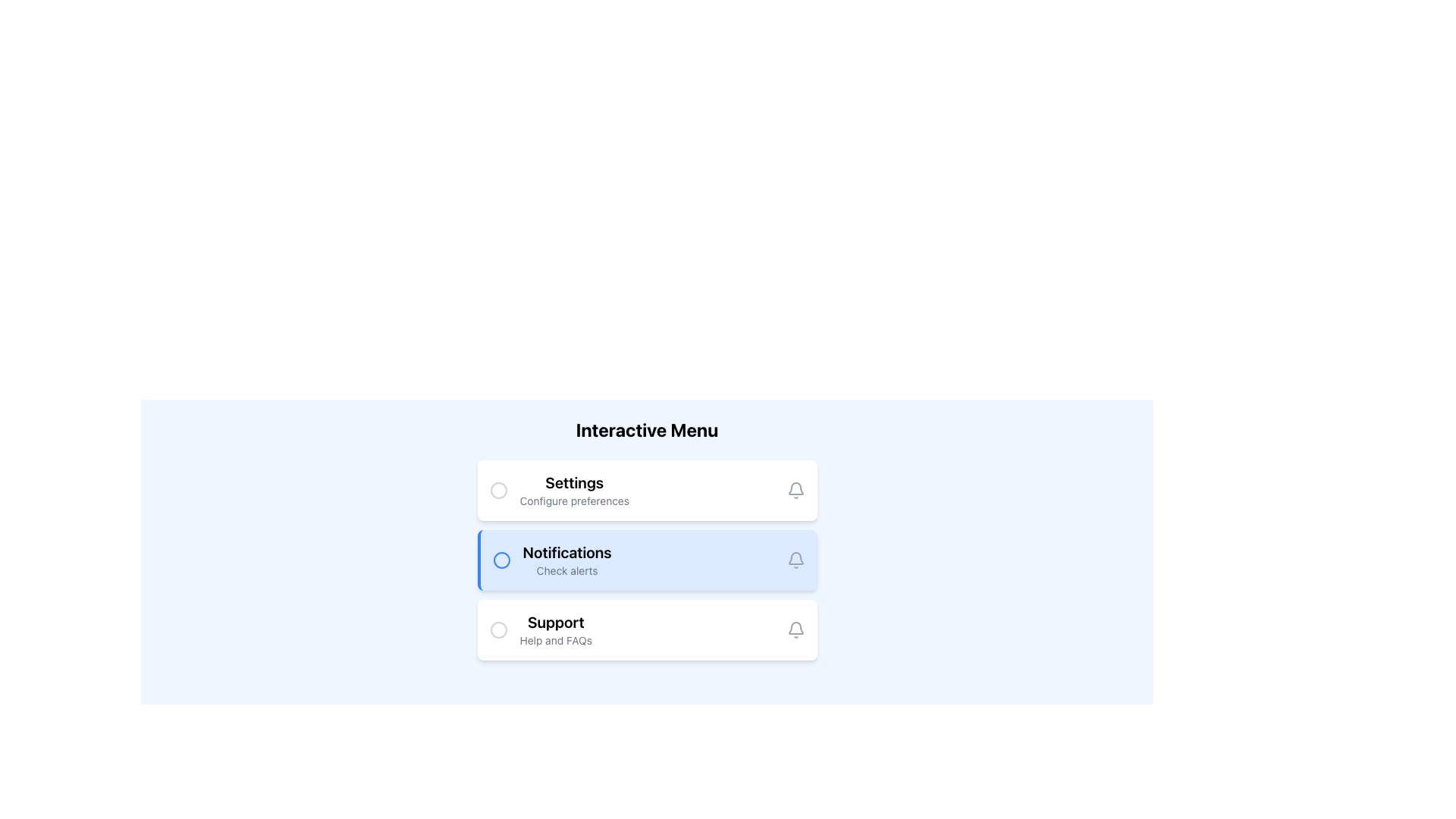  What do you see at coordinates (795, 560) in the screenshot?
I see `the Notification Icon located in the right corner of the 'Notifications' row in the Interactive Menu` at bounding box center [795, 560].